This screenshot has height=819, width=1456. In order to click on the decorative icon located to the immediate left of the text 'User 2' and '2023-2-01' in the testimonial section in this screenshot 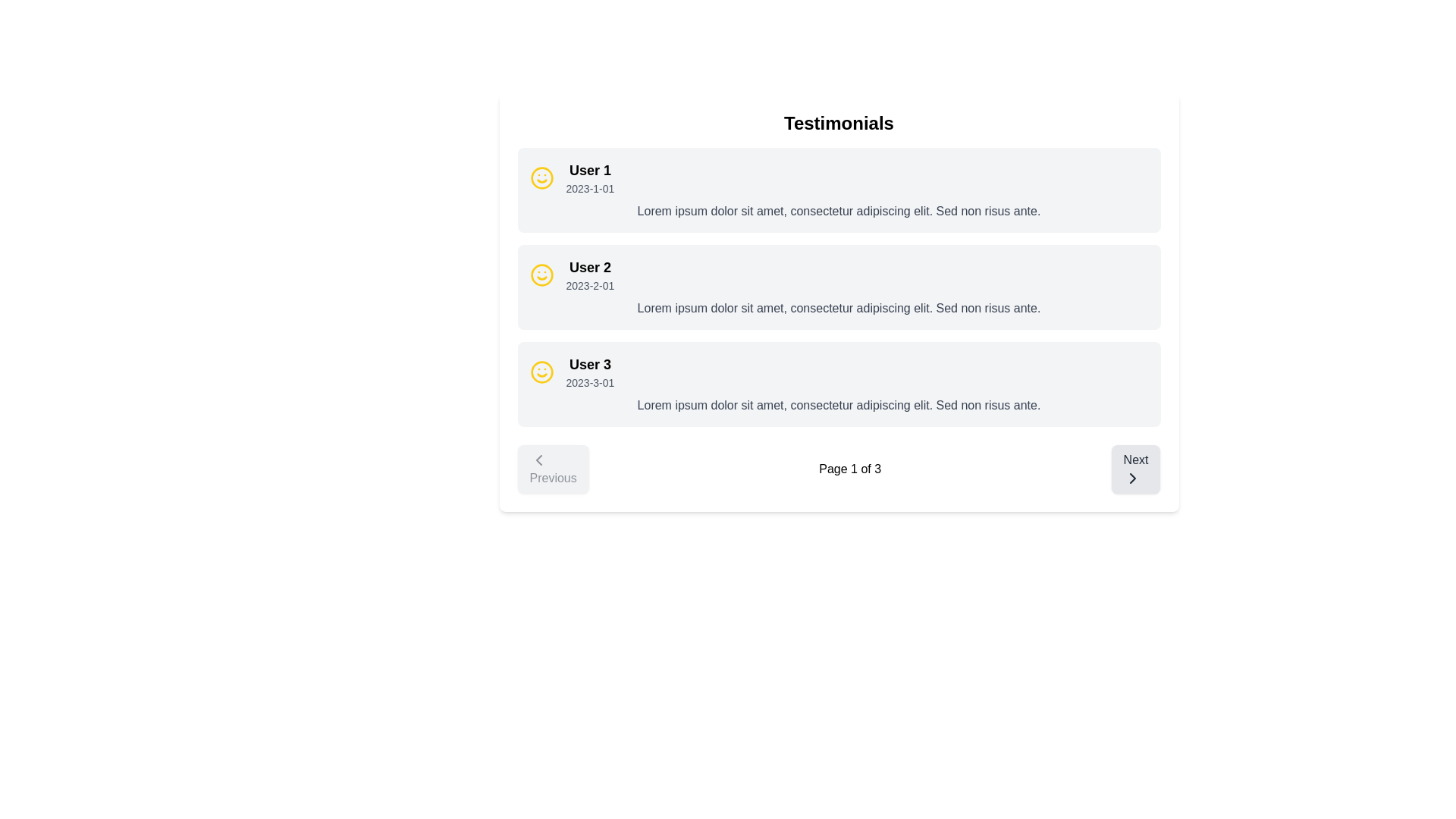, I will do `click(541, 275)`.